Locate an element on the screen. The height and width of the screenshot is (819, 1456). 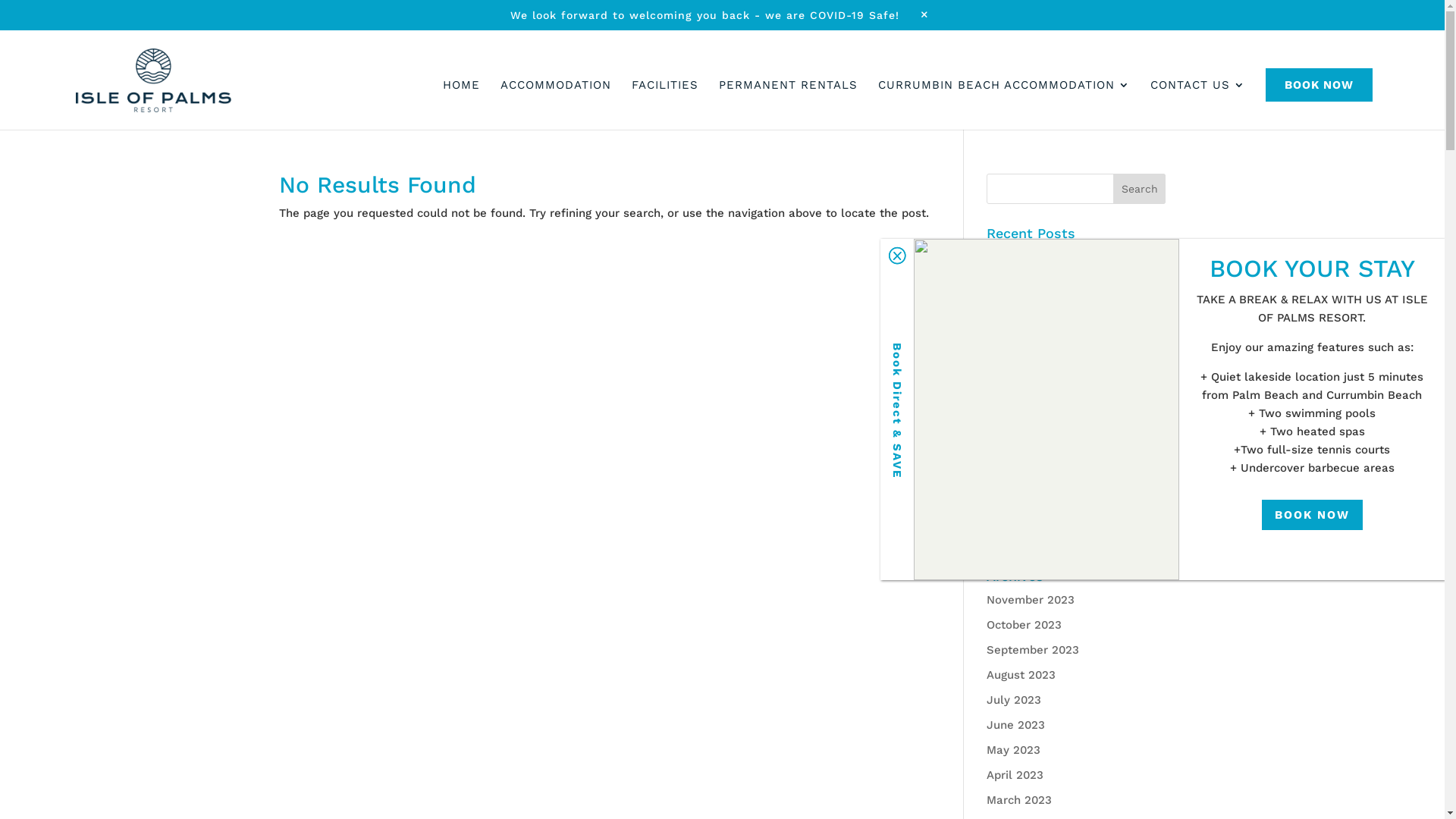
'BOOK NOW' is located at coordinates (1311, 513).